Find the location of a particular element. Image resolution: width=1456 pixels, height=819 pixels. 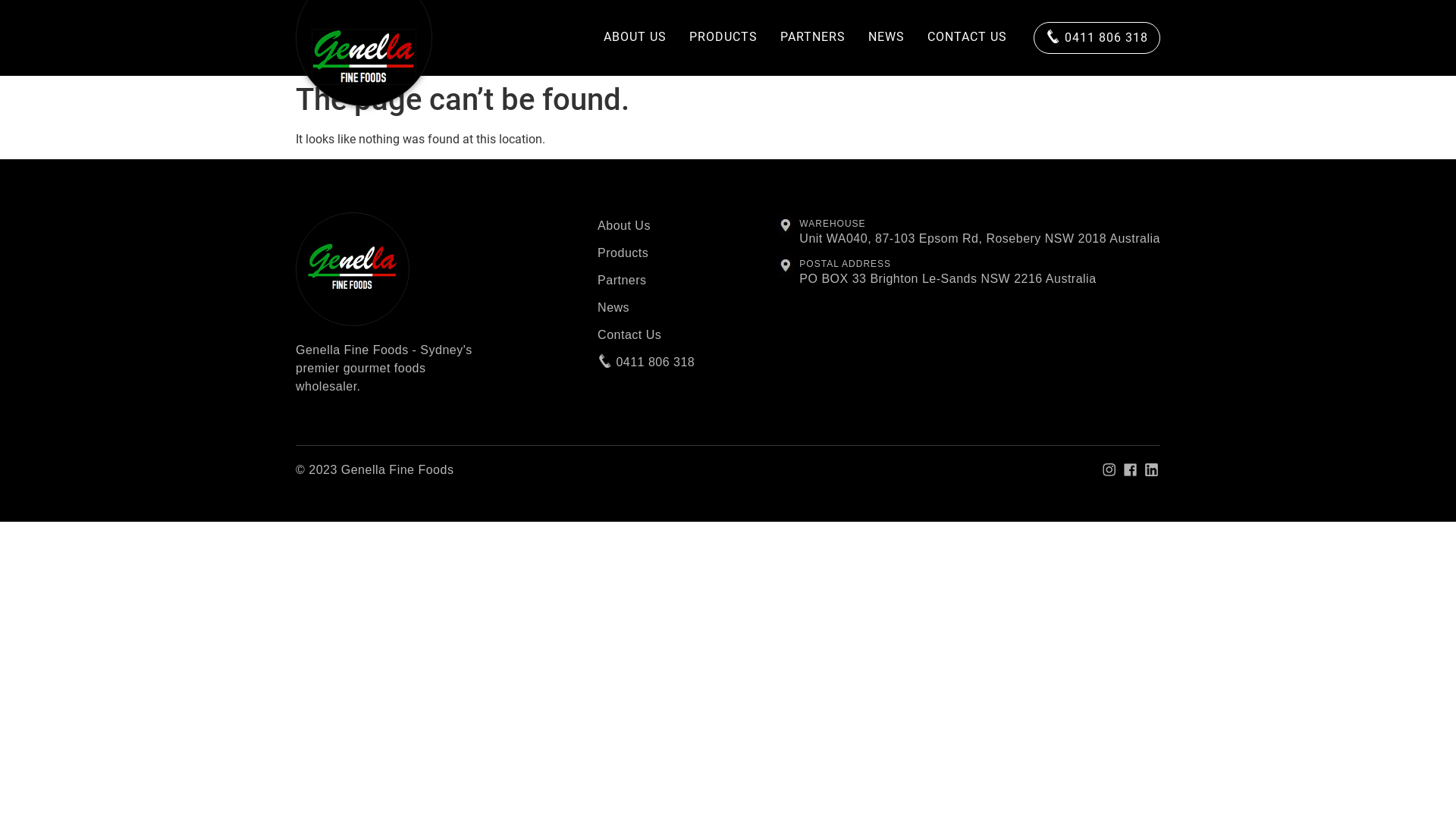

'PARTNERS' is located at coordinates (811, 37).